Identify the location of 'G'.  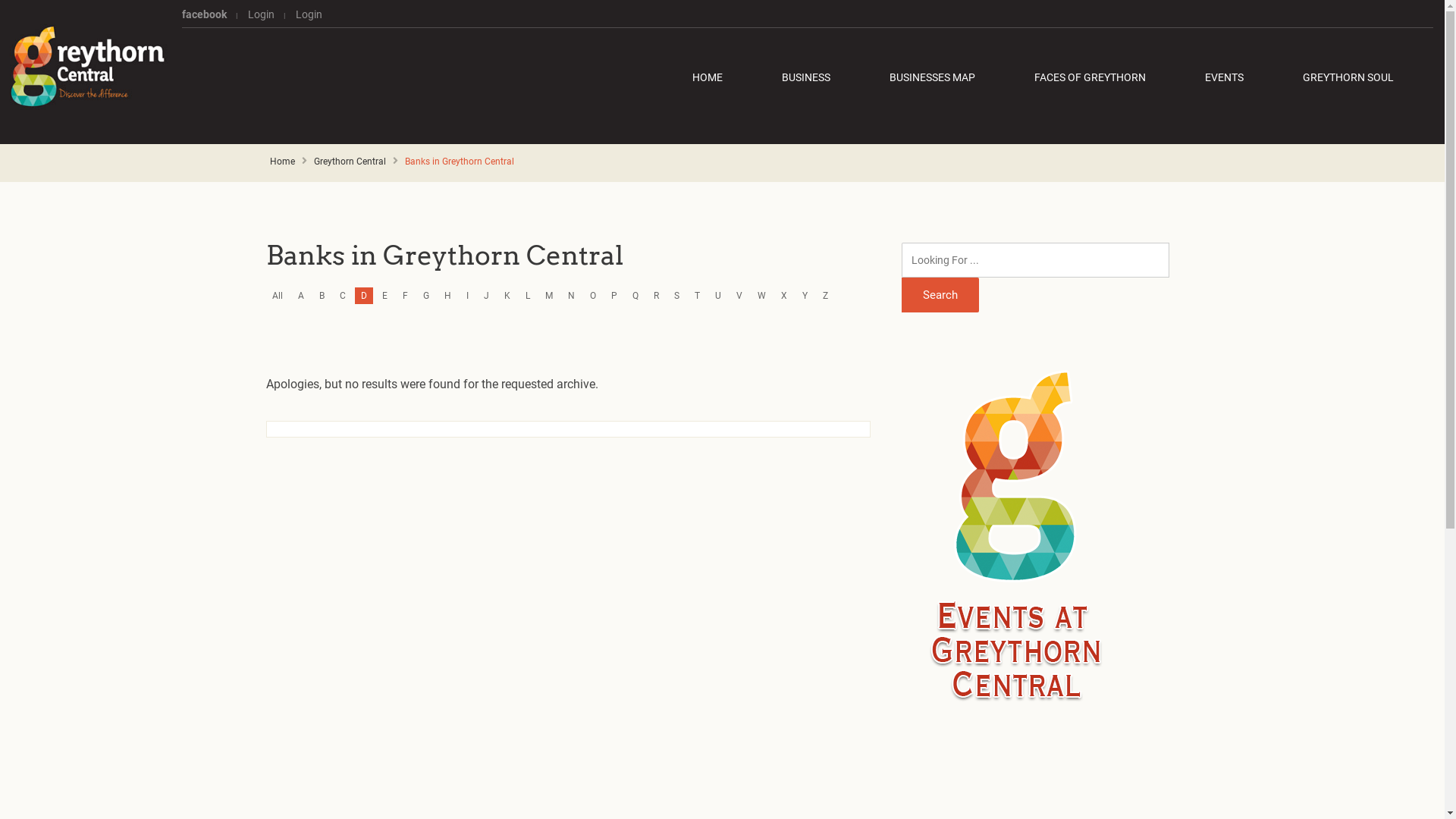
(425, 295).